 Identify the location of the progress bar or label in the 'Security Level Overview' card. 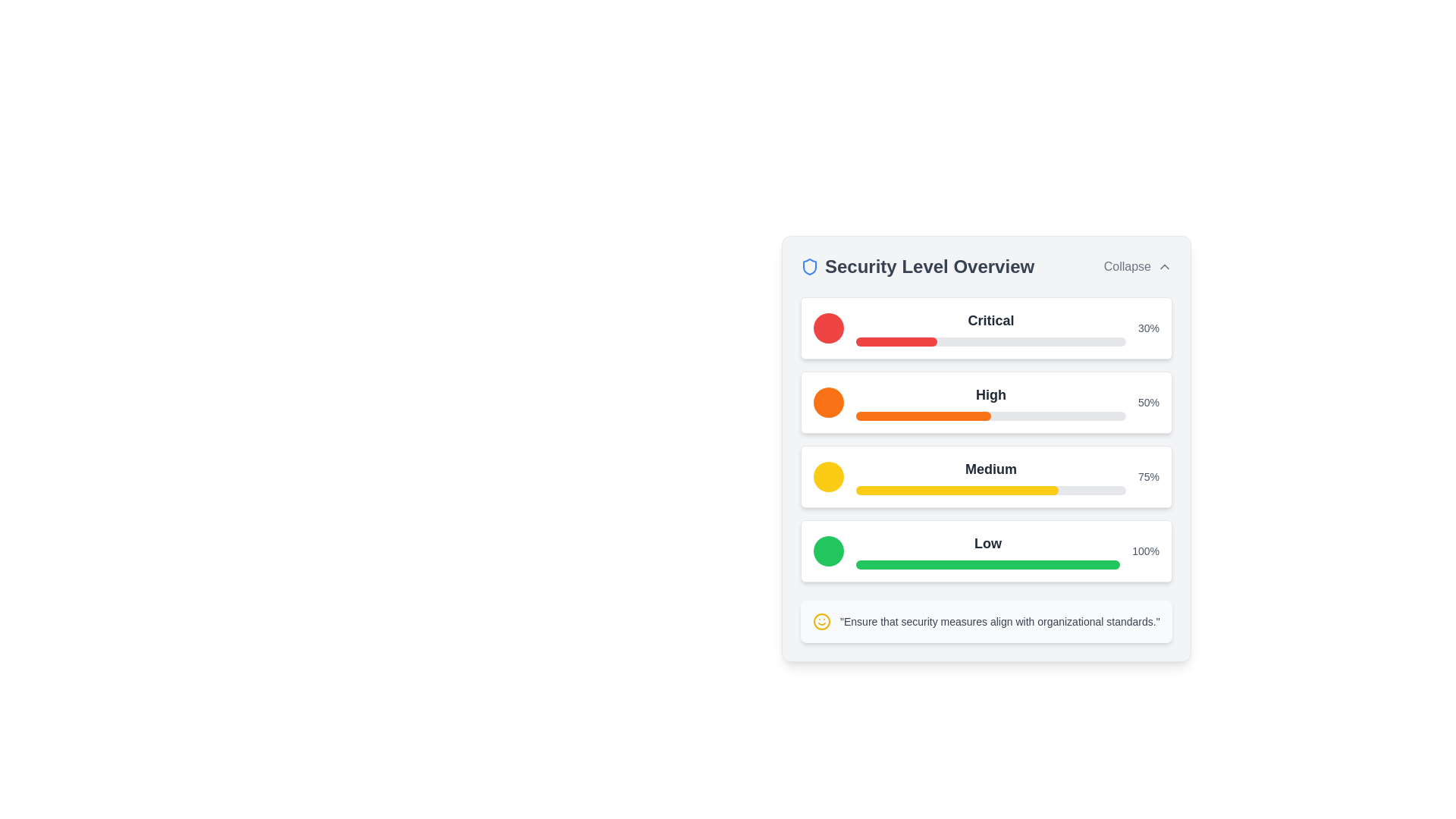
(986, 439).